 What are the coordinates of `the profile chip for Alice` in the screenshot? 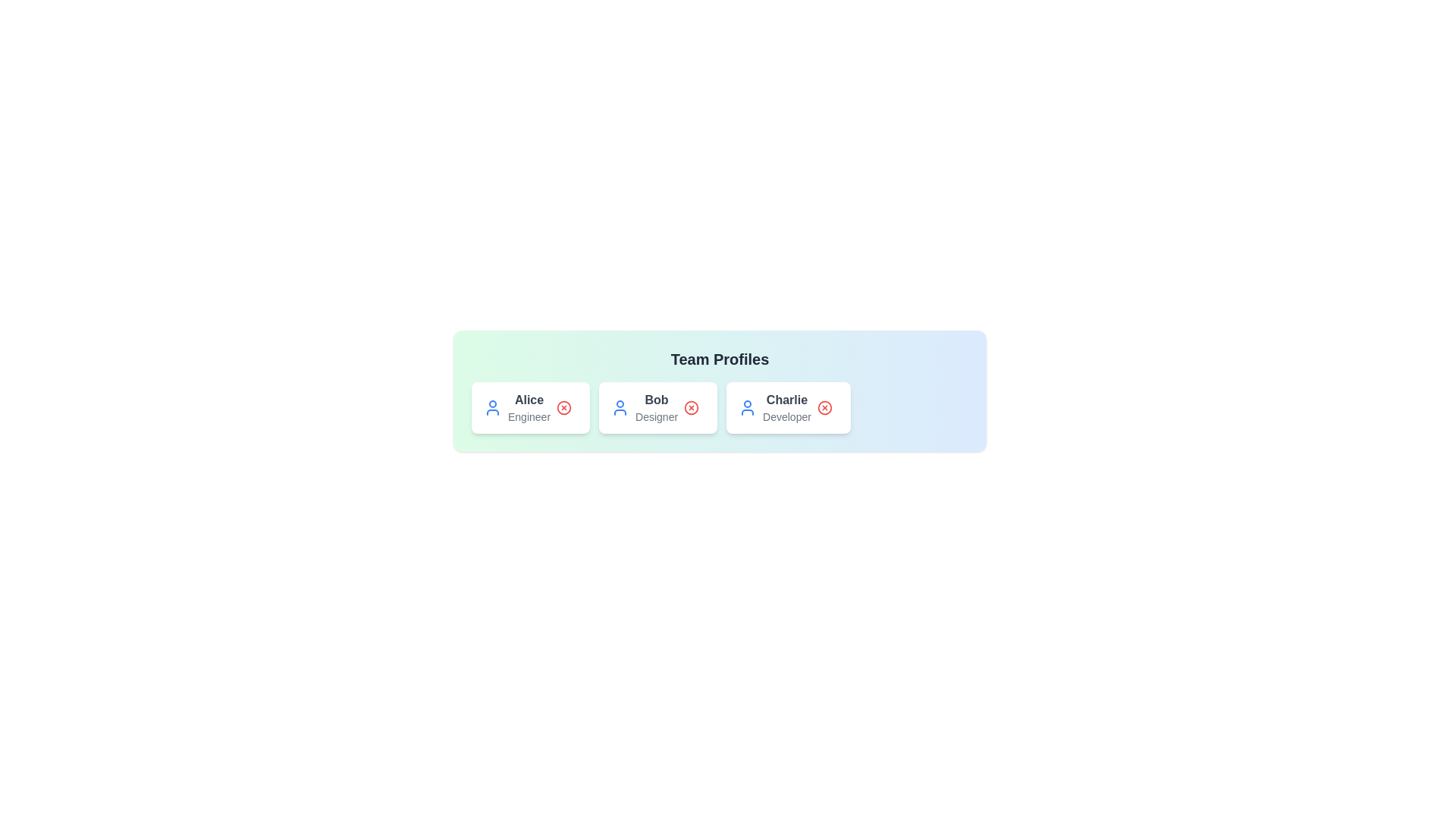 It's located at (531, 406).